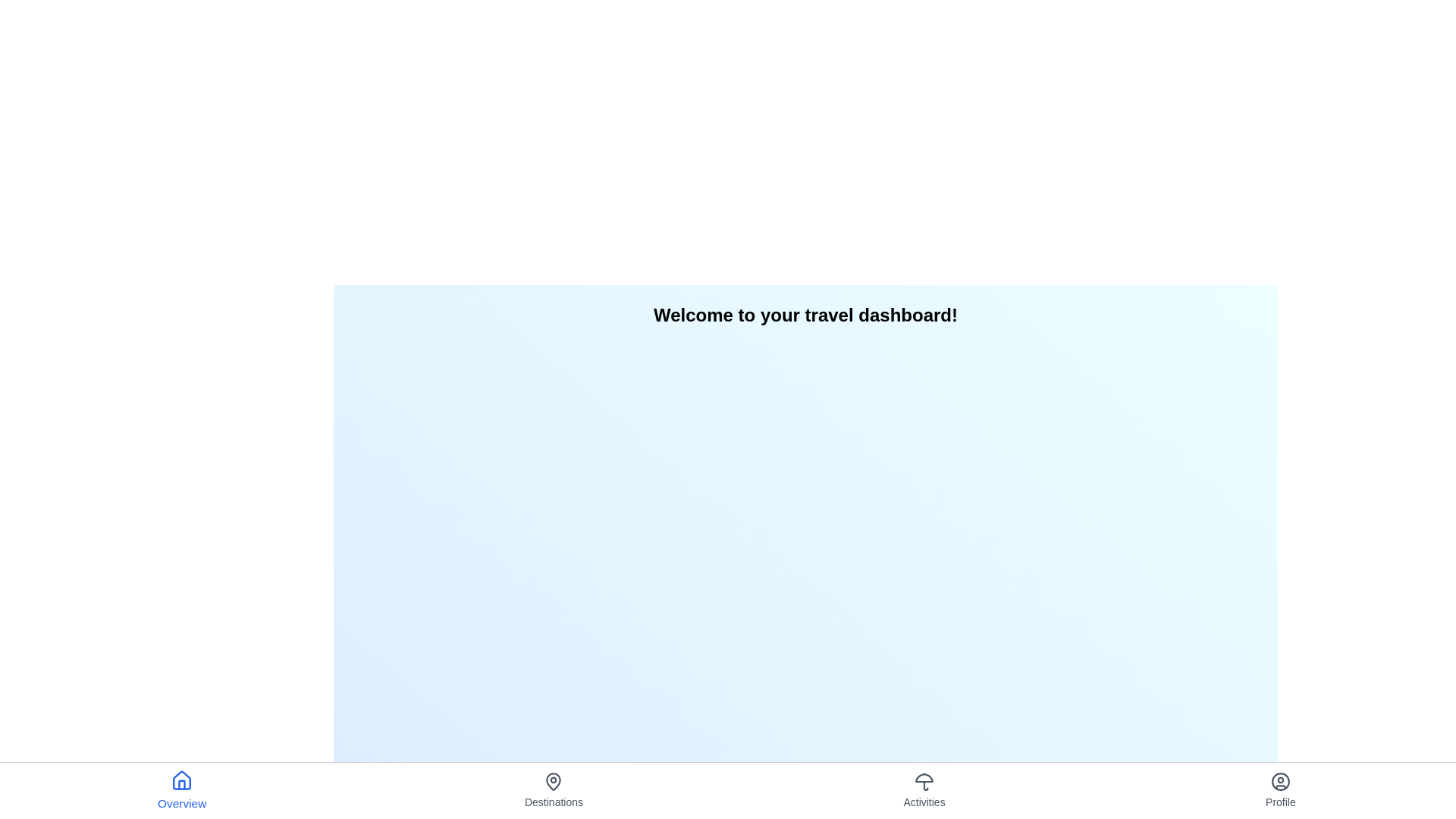 The image size is (1456, 819). Describe the element at coordinates (553, 781) in the screenshot. I see `the 'Destinations' icon located in the center of the bottom navigation bar` at that location.